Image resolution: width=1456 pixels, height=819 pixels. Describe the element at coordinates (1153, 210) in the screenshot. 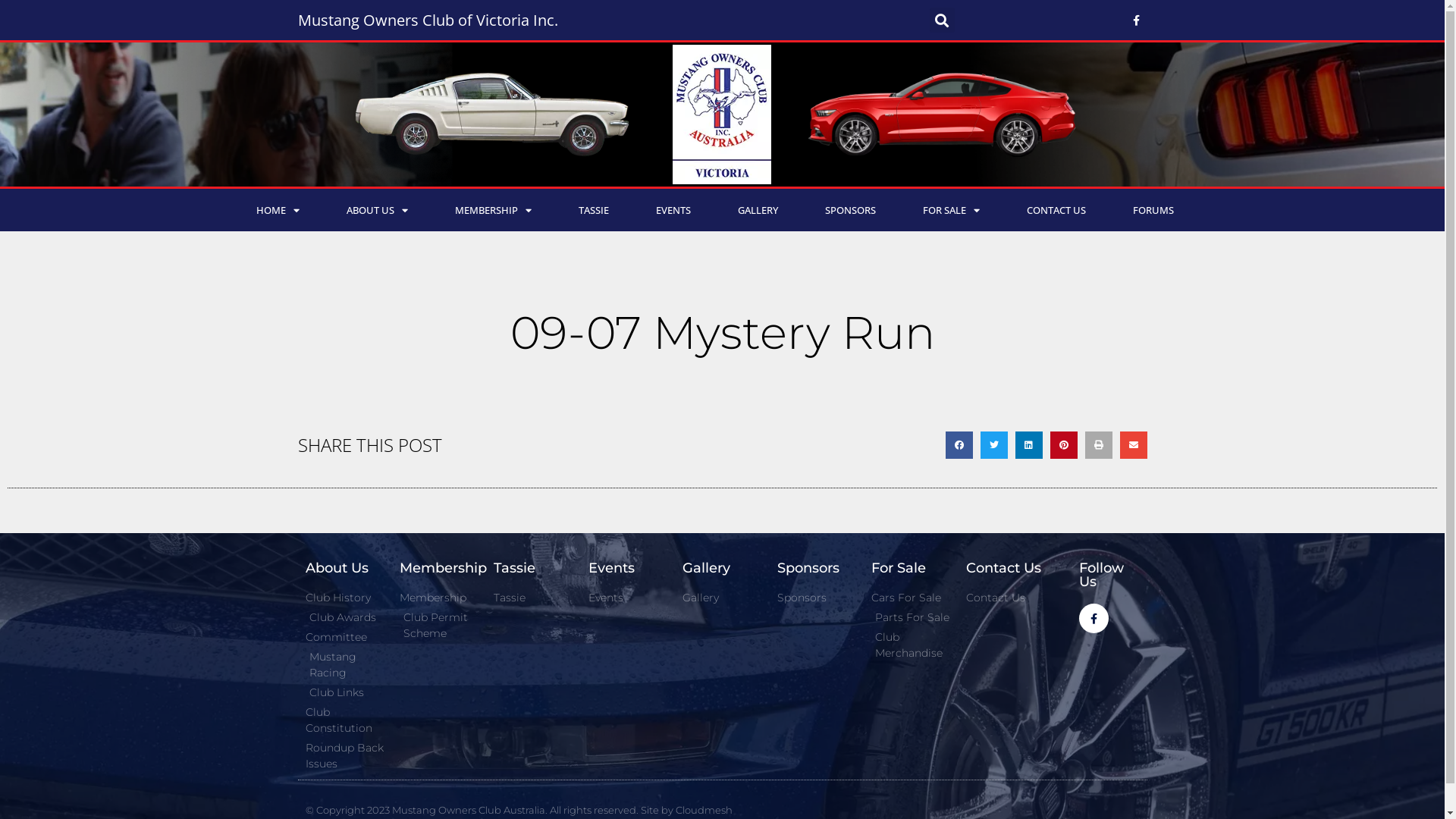

I see `'FORUMS'` at that location.